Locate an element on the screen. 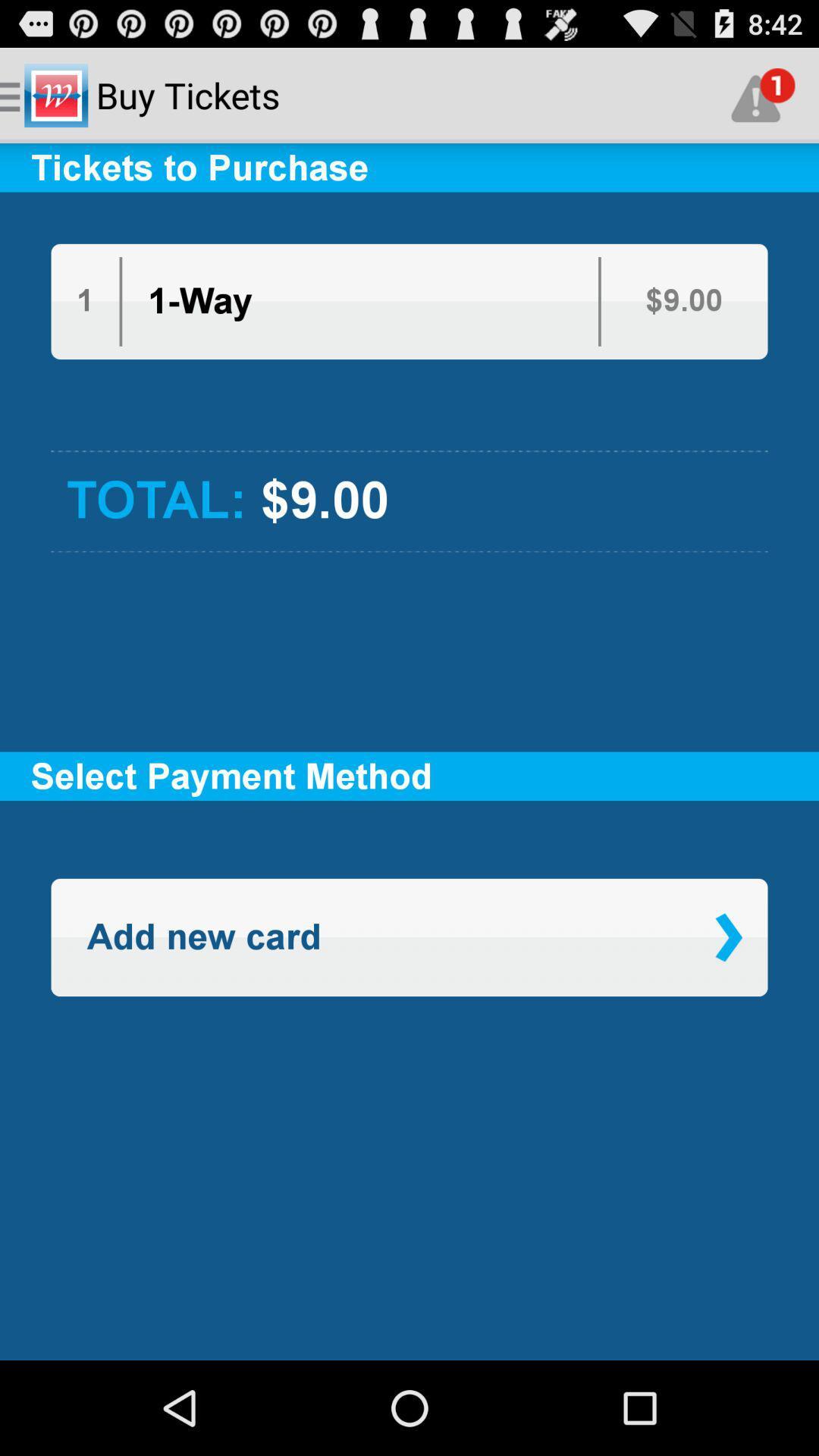  select payment method app is located at coordinates (409, 776).